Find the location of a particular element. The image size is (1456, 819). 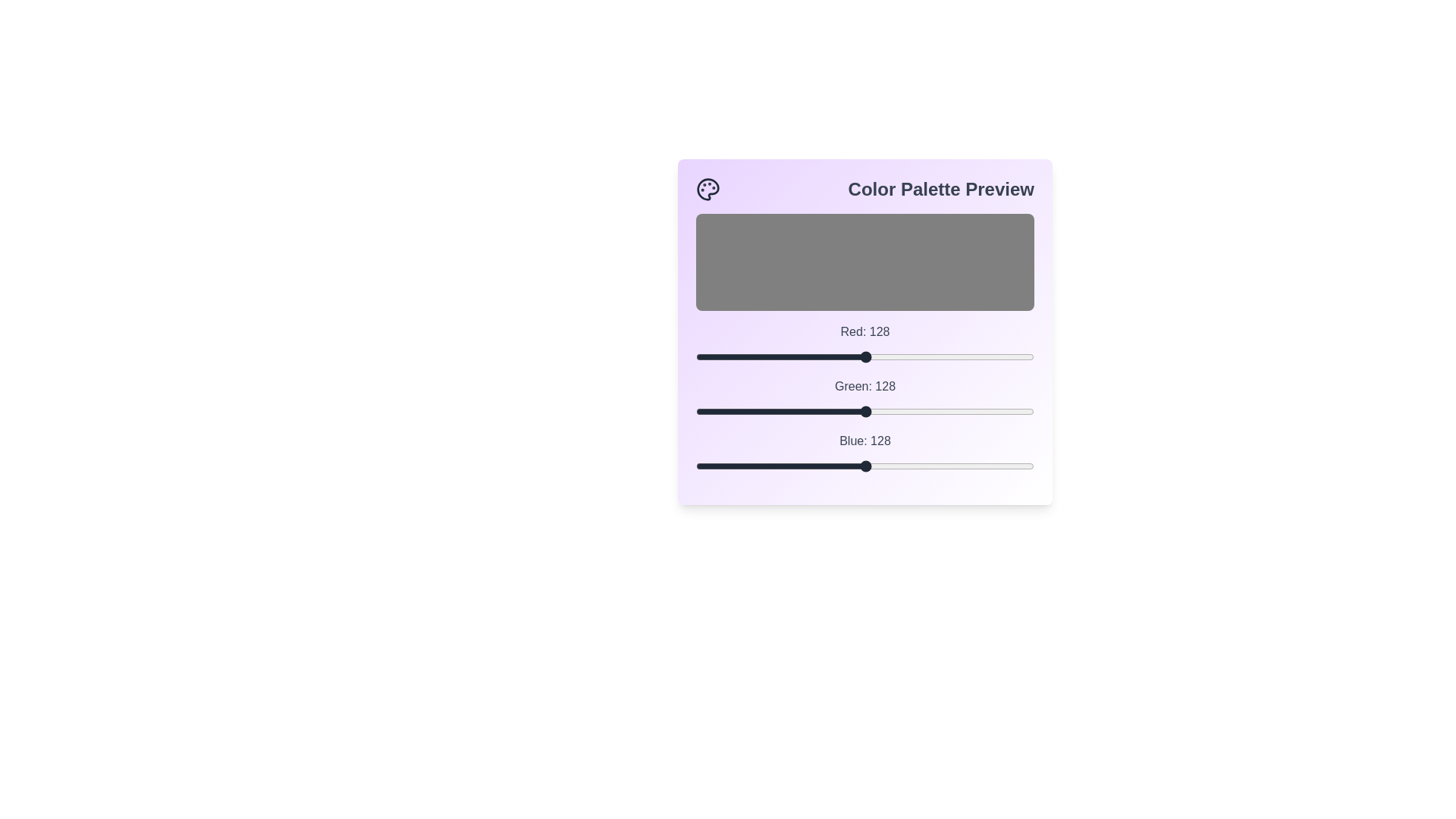

the decorative icon located at the top-left corner of the 'Color Palette Preview' section, adjacent to the text label 'Color Palette Preview' is located at coordinates (708, 189).